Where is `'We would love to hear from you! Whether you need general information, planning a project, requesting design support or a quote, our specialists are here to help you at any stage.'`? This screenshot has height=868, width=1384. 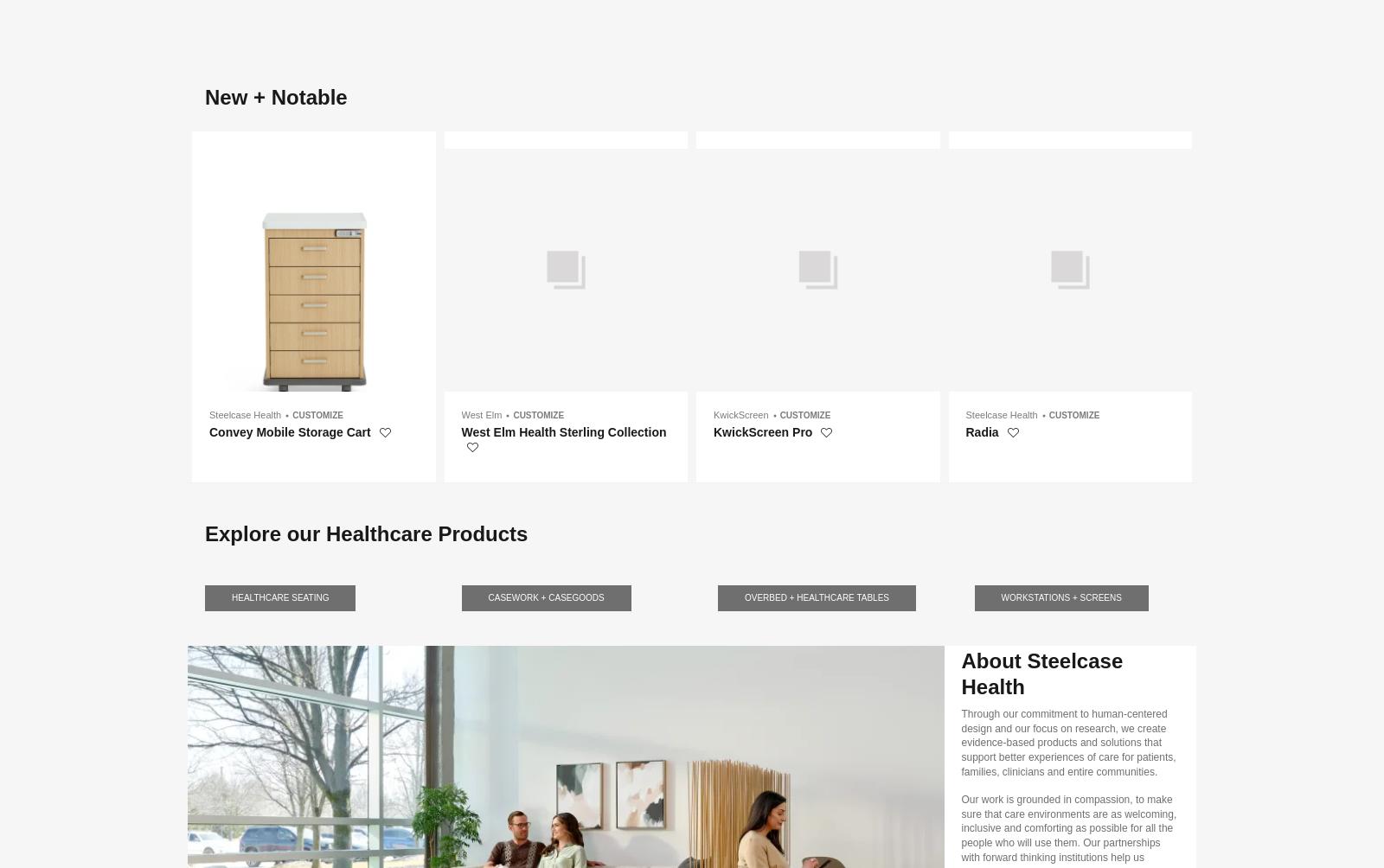
'We would love to hear from you! Whether you need general information, planning a project, requesting design support or a quote, our specialists are here to help you at any stage.' is located at coordinates (582, 200).